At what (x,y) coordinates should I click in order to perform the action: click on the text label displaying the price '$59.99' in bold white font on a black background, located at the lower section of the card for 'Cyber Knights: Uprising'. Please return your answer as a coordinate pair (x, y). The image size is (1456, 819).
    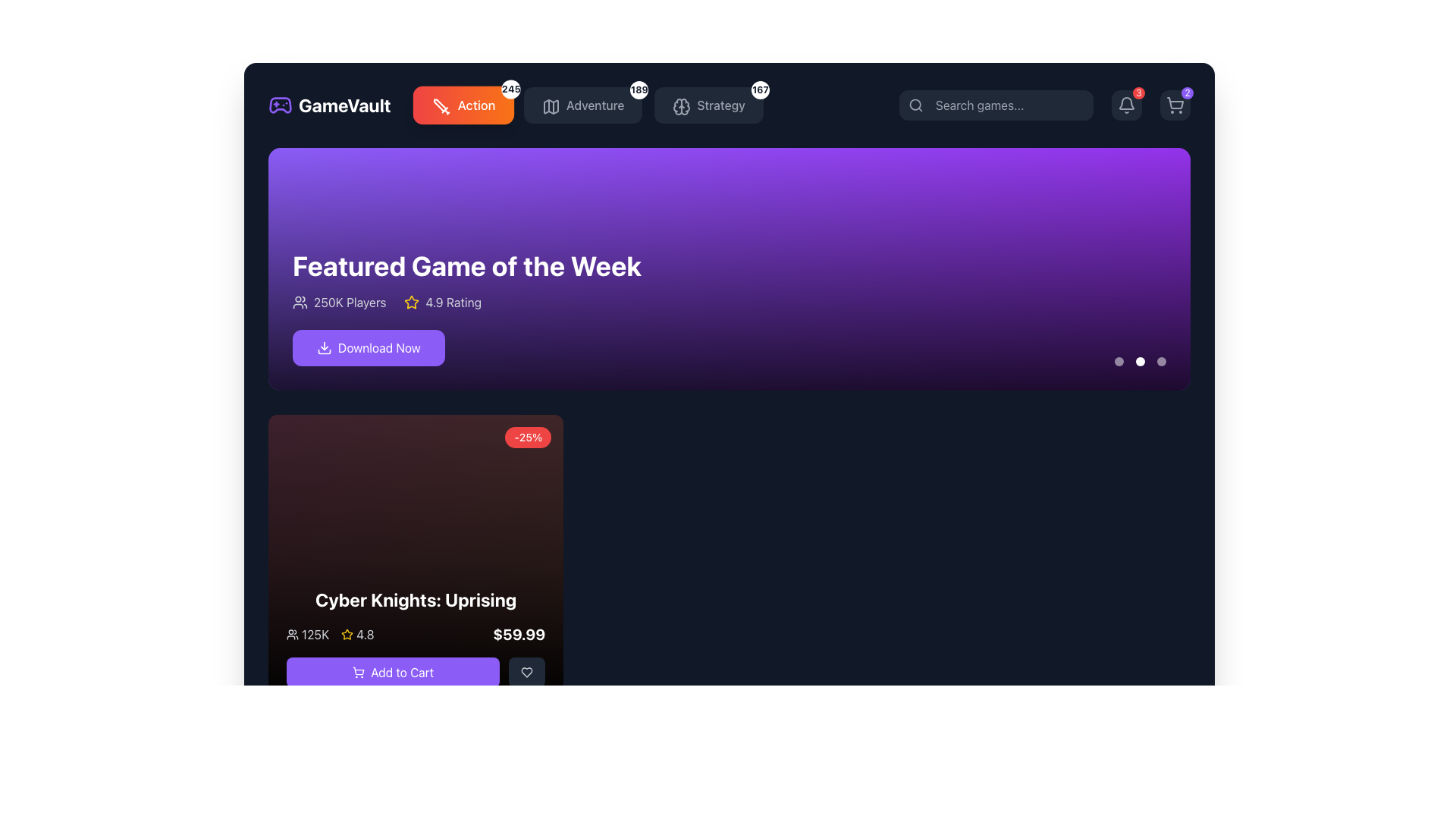
    Looking at the image, I should click on (519, 635).